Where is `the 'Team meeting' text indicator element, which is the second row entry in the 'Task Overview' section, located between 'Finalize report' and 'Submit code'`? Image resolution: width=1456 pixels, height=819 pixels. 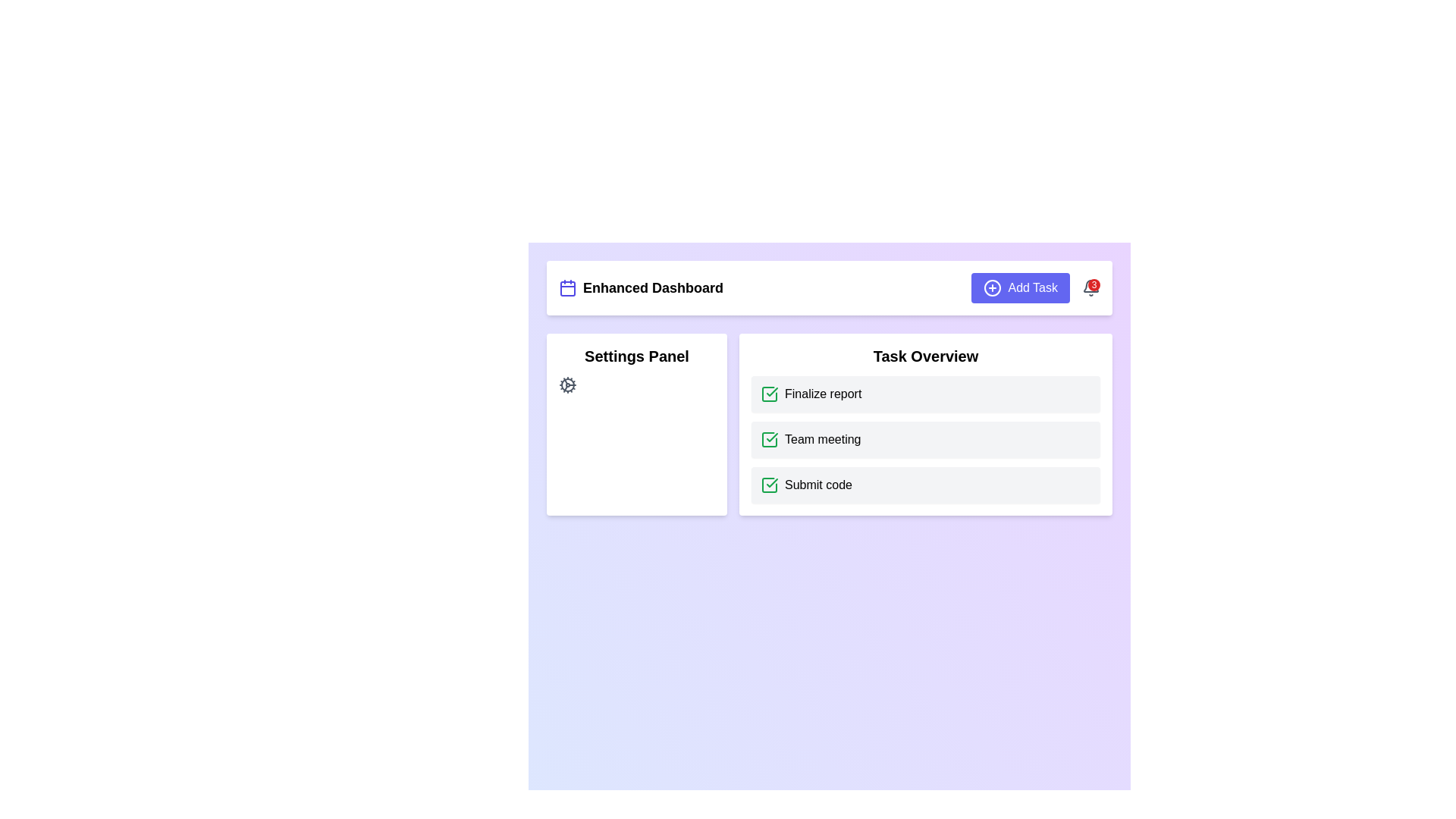 the 'Team meeting' text indicator element, which is the second row entry in the 'Task Overview' section, located between 'Finalize report' and 'Submit code' is located at coordinates (822, 439).